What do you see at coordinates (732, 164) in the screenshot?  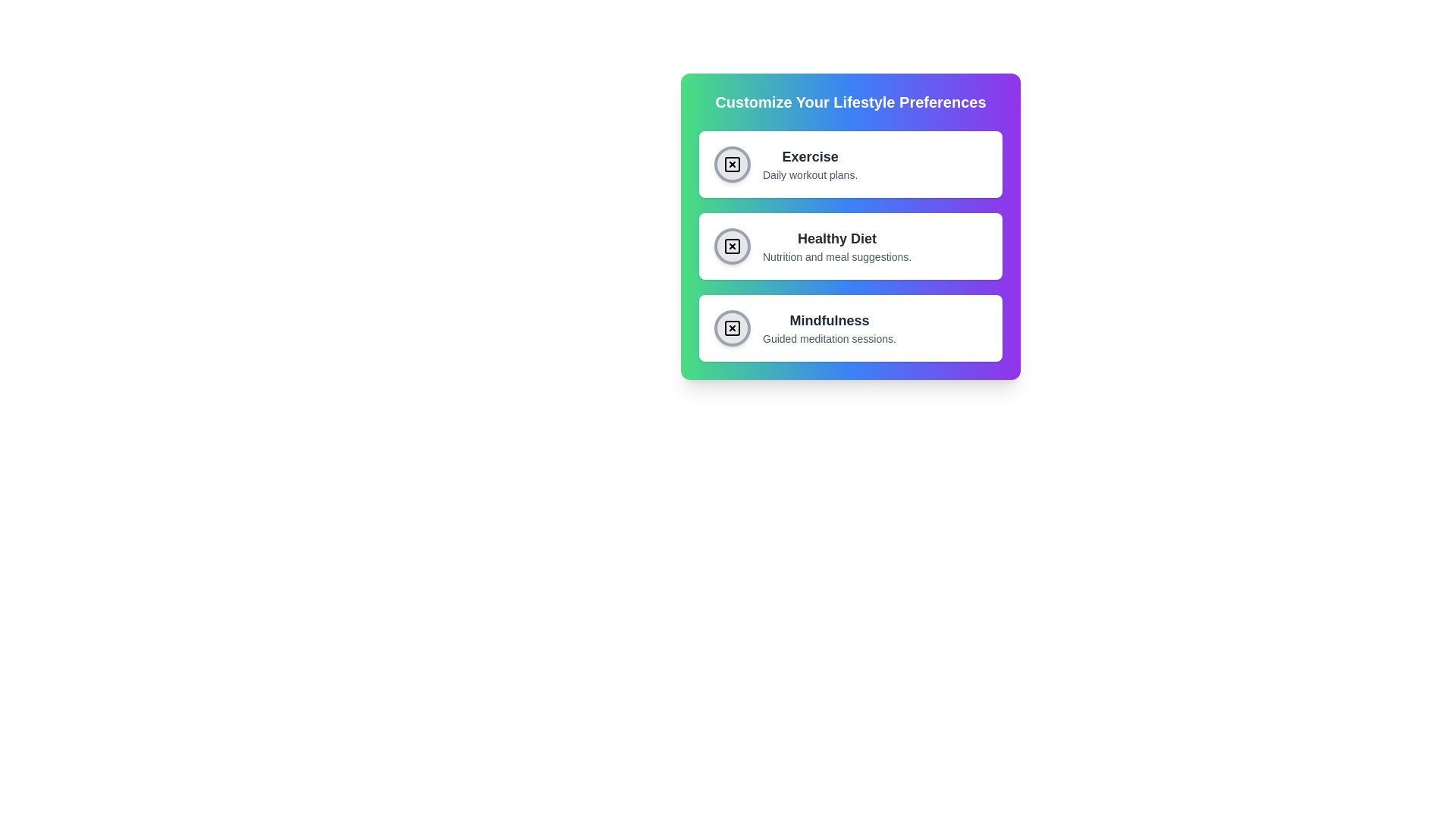 I see `the Icon button located to the left of the 'Exercise' text in the 'Customize Your Lifestyle Preferences' panel` at bounding box center [732, 164].